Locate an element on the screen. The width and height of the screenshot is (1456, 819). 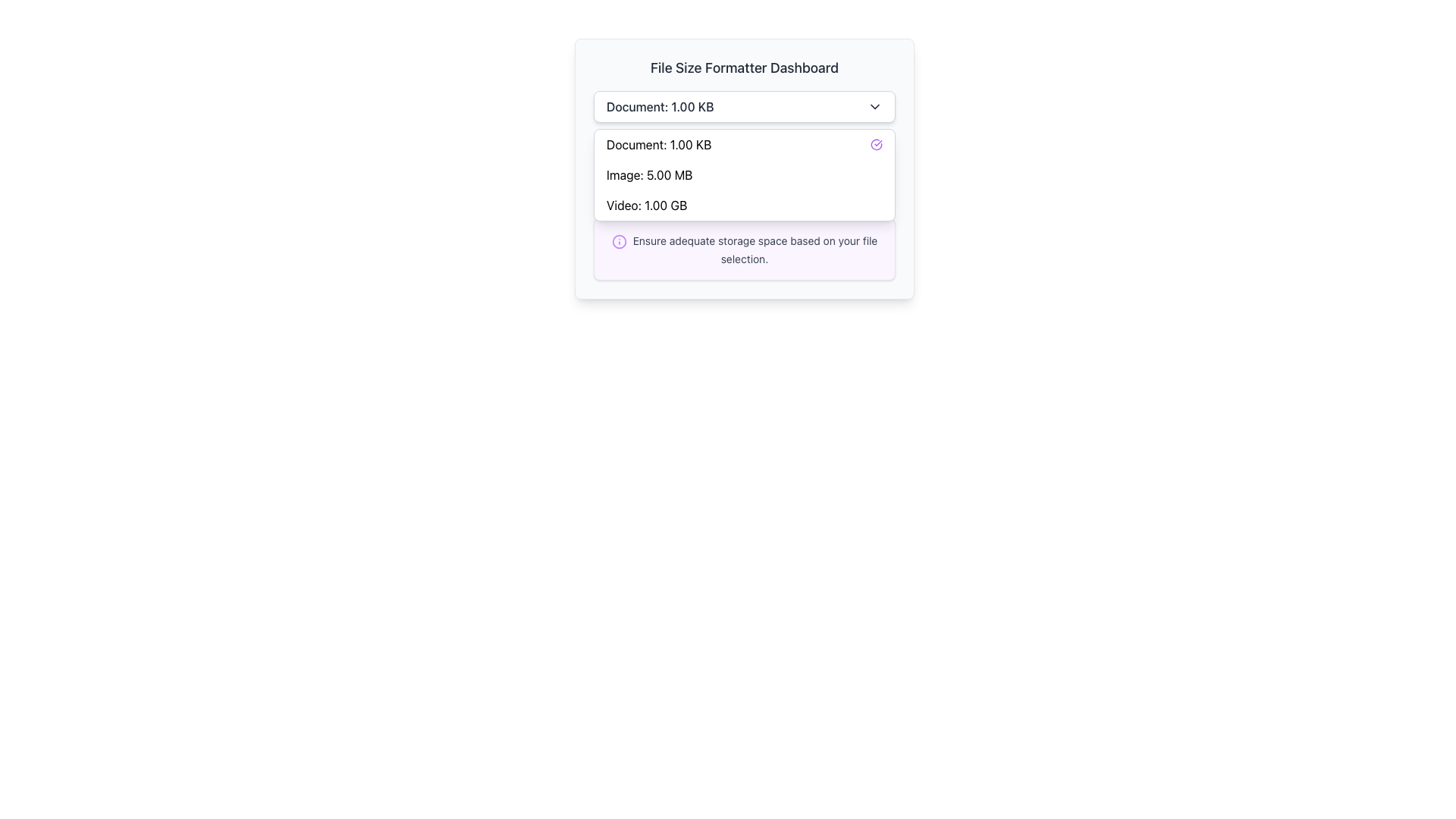
the 'Document: 1.00 KB' label is located at coordinates (658, 145).